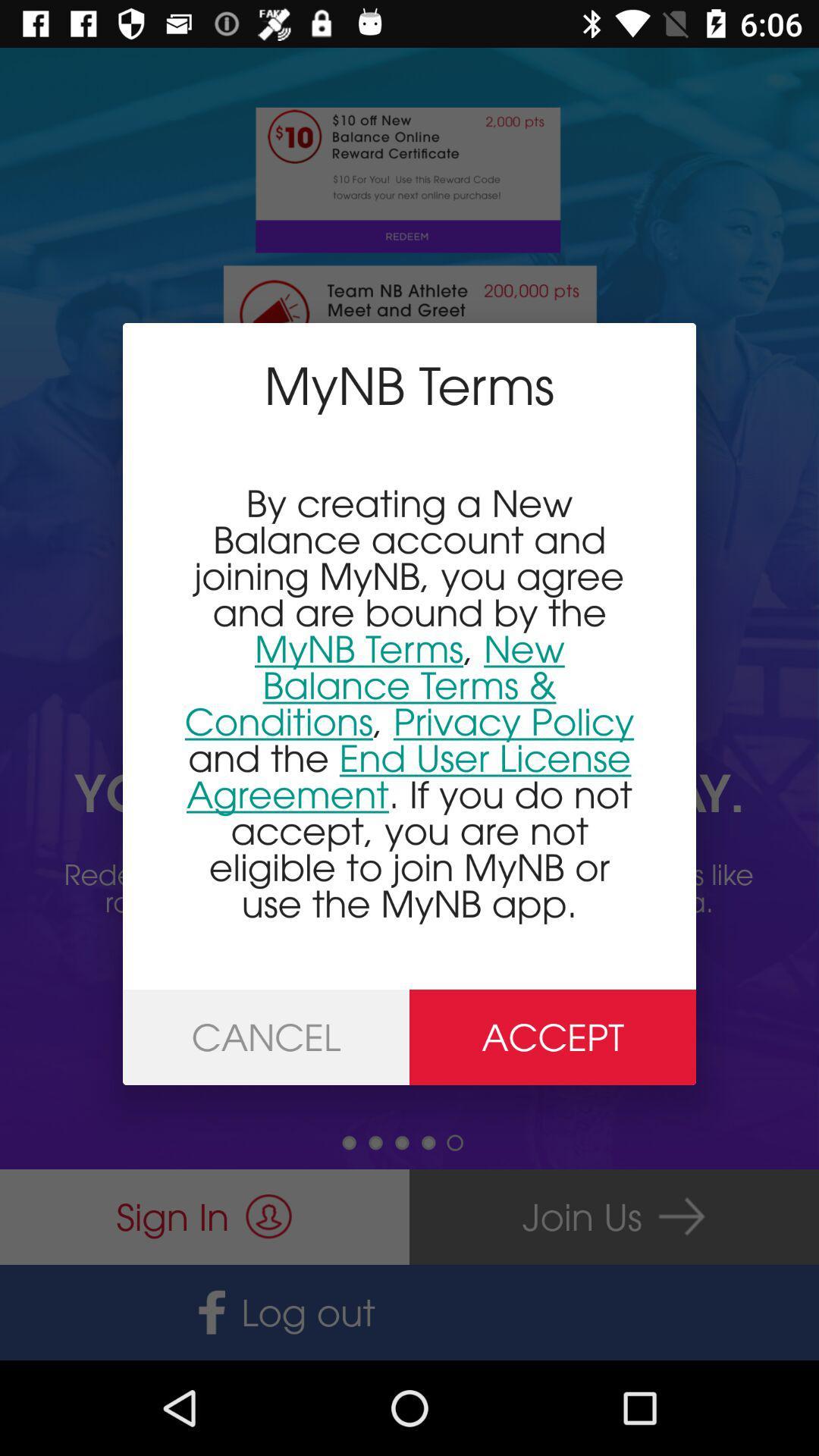 The image size is (819, 1456). Describe the element at coordinates (265, 1037) in the screenshot. I see `the icon below by creating a` at that location.